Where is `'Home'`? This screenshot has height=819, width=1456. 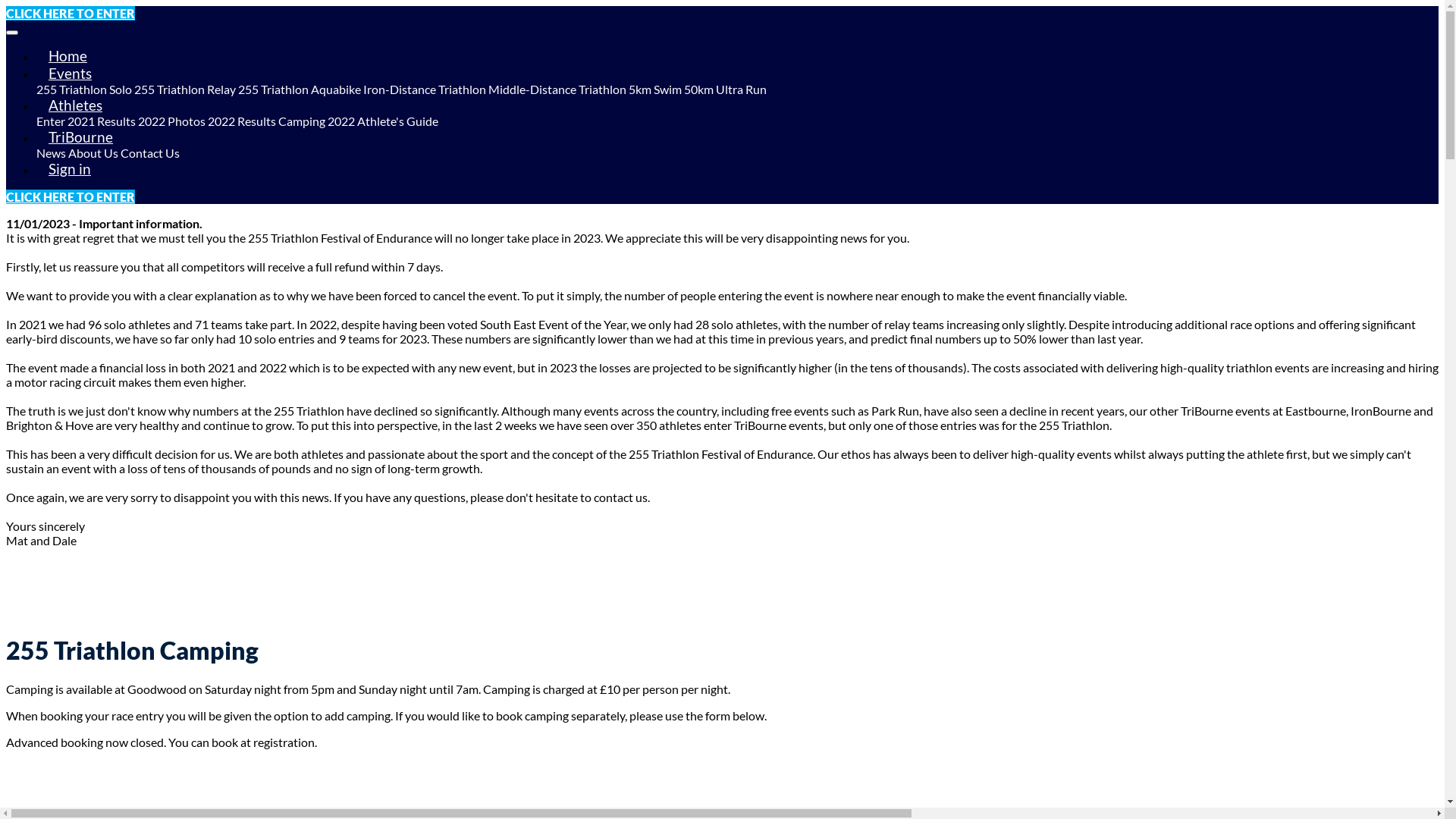 'Home' is located at coordinates (67, 55).